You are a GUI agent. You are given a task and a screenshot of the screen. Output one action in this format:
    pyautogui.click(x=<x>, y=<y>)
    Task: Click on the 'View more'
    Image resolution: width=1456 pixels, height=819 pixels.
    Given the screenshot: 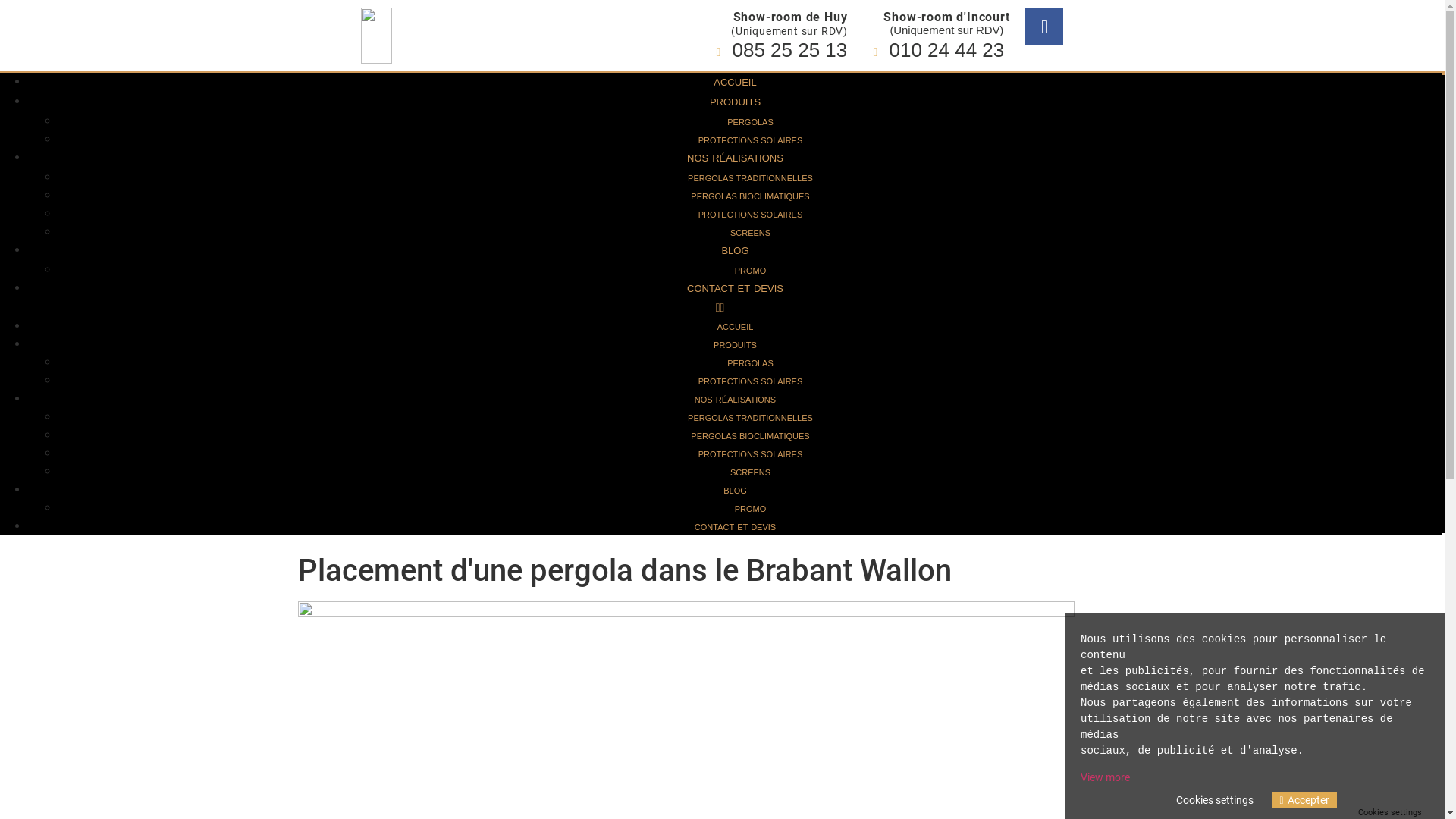 What is the action you would take?
    pyautogui.click(x=1105, y=777)
    